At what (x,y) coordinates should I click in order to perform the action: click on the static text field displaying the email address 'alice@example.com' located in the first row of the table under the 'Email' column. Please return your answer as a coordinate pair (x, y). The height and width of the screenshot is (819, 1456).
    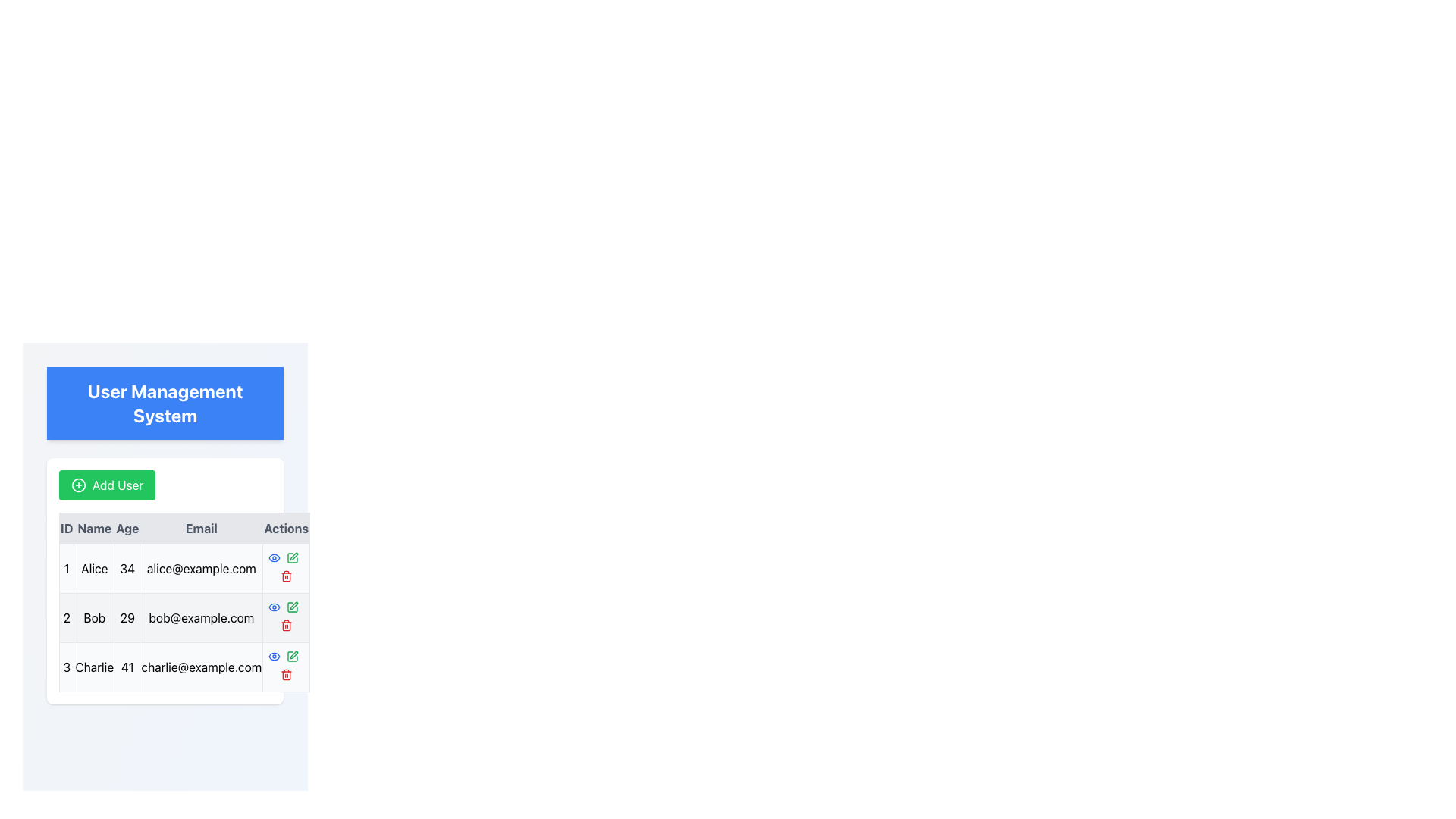
    Looking at the image, I should click on (200, 568).